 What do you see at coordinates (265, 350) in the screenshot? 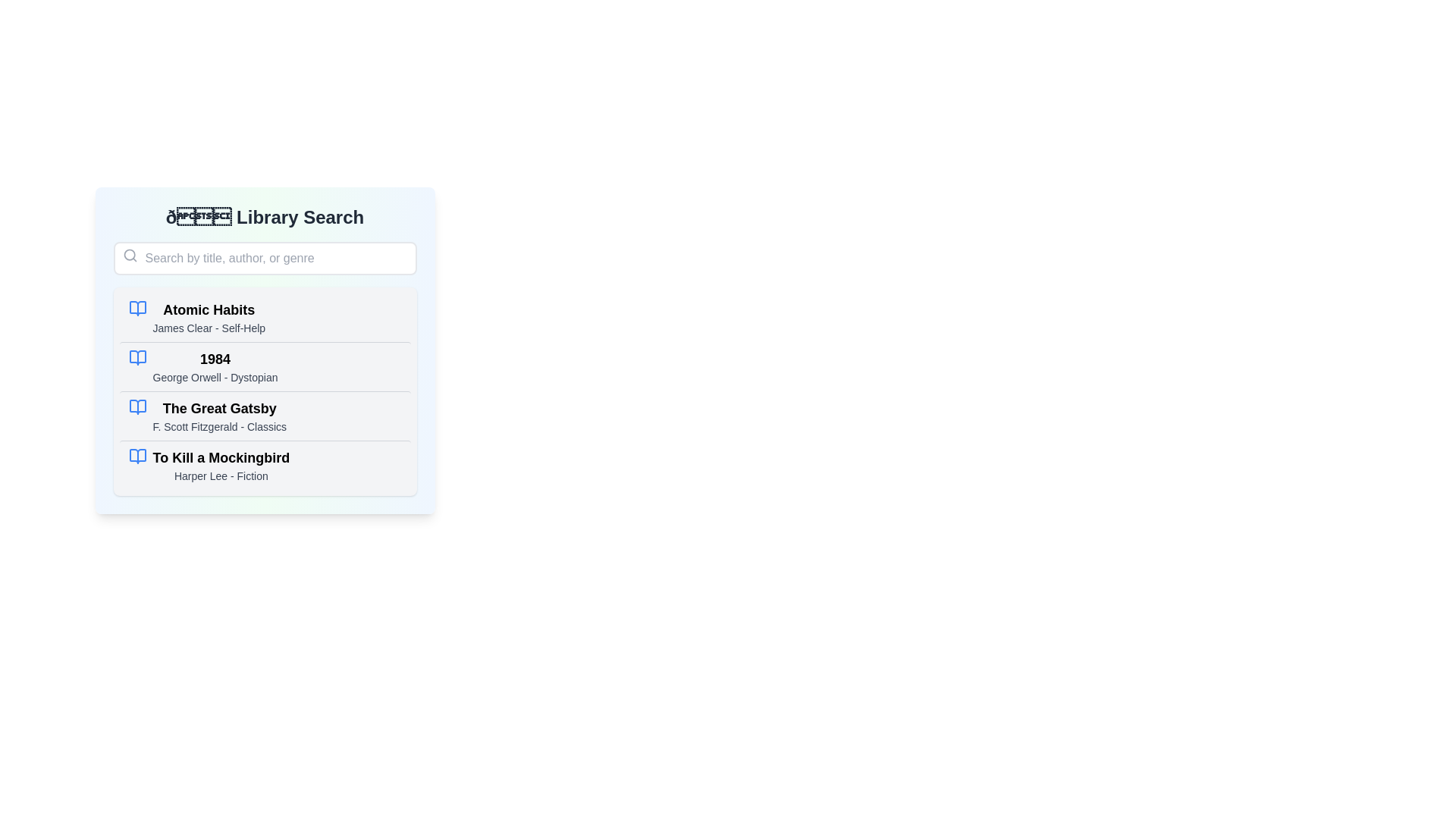
I see `the list item displaying '1984' by George Orwell, located in the Library Search section, which is the second item in the list` at bounding box center [265, 350].